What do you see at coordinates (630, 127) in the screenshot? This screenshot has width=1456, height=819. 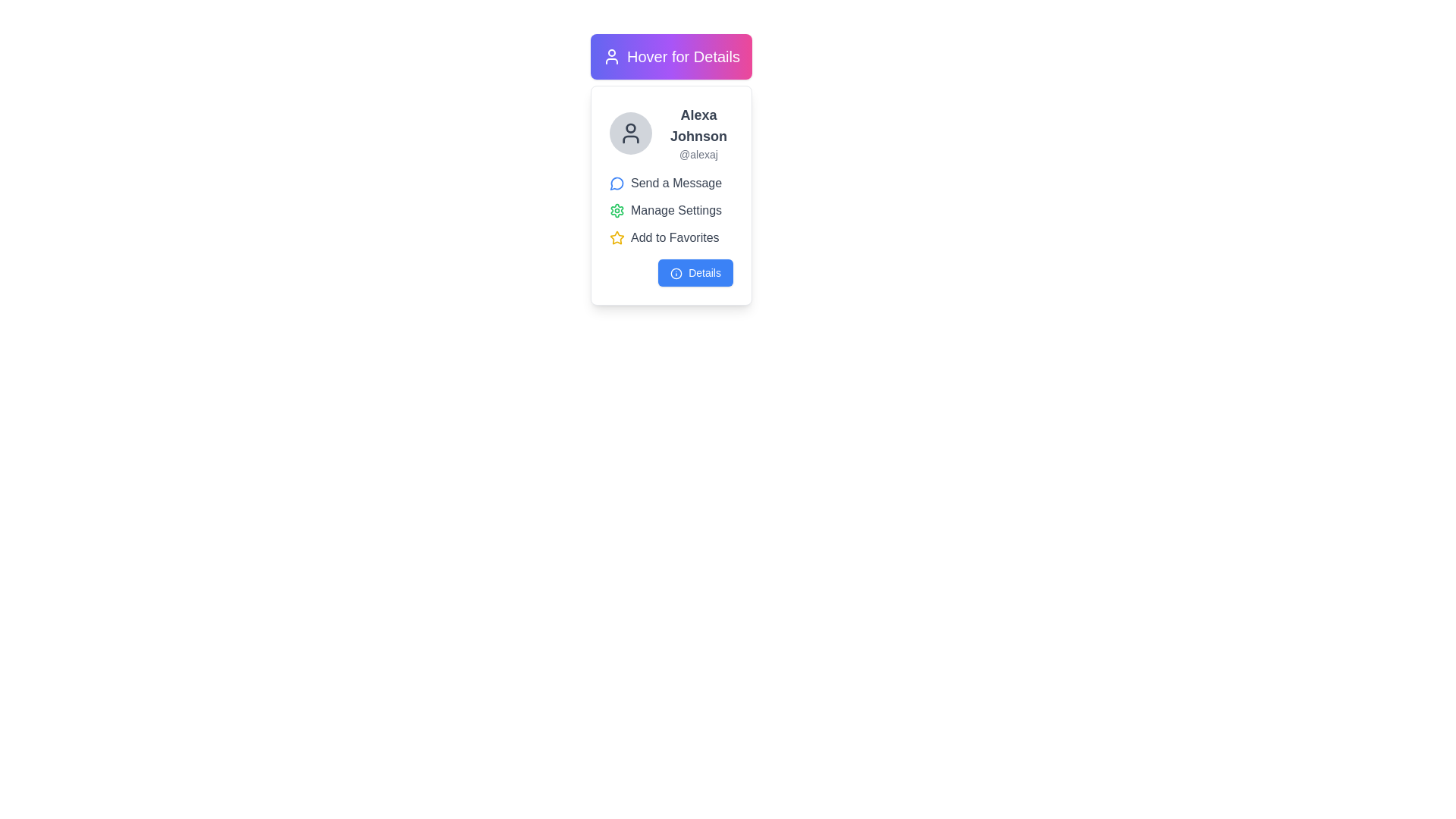 I see `the SVG circle element representing the user's head in the profile card, located near the top of the card` at bounding box center [630, 127].